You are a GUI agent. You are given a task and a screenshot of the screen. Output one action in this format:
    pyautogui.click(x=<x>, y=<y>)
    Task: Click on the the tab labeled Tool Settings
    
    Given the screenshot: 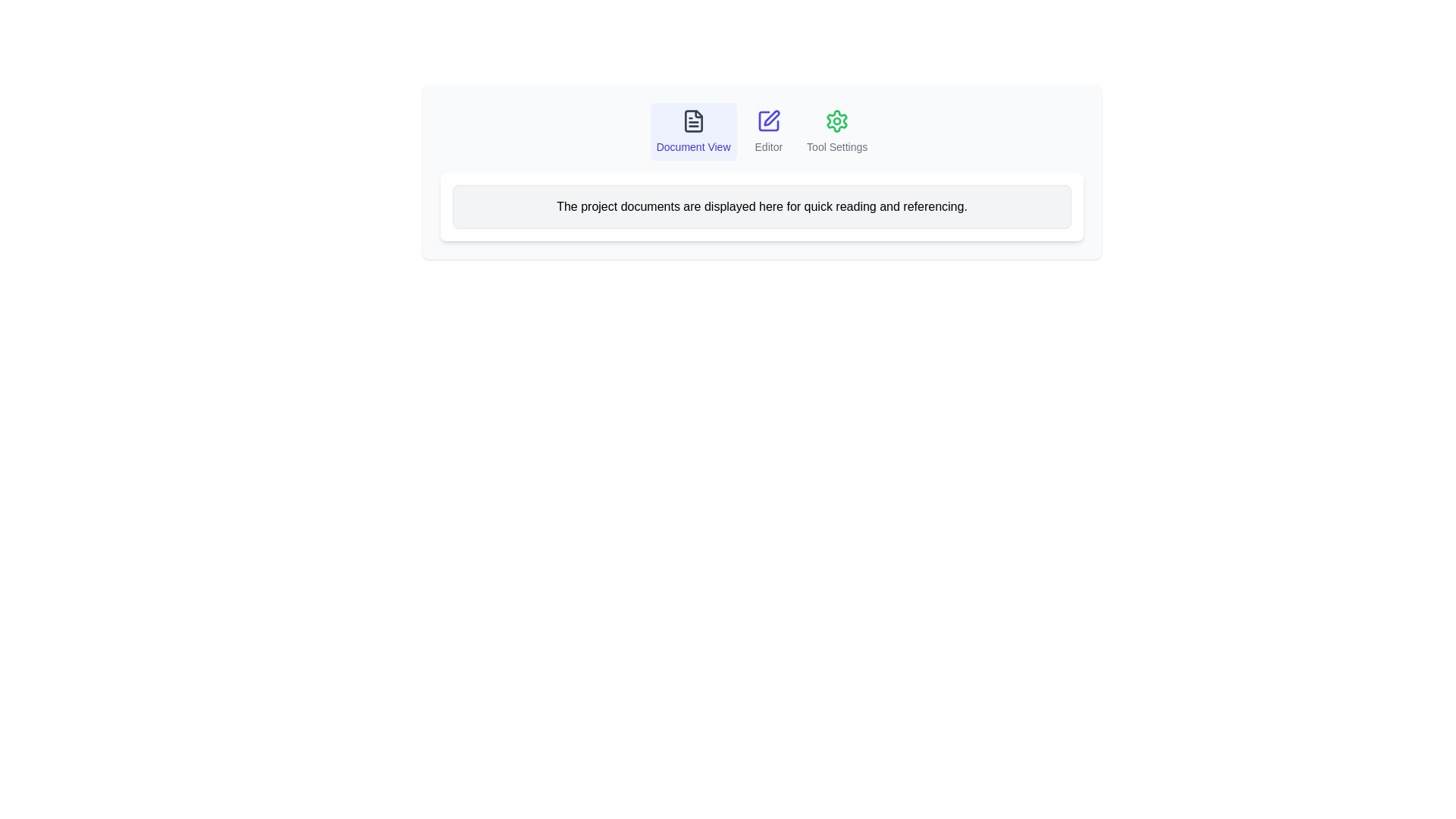 What is the action you would take?
    pyautogui.click(x=836, y=130)
    